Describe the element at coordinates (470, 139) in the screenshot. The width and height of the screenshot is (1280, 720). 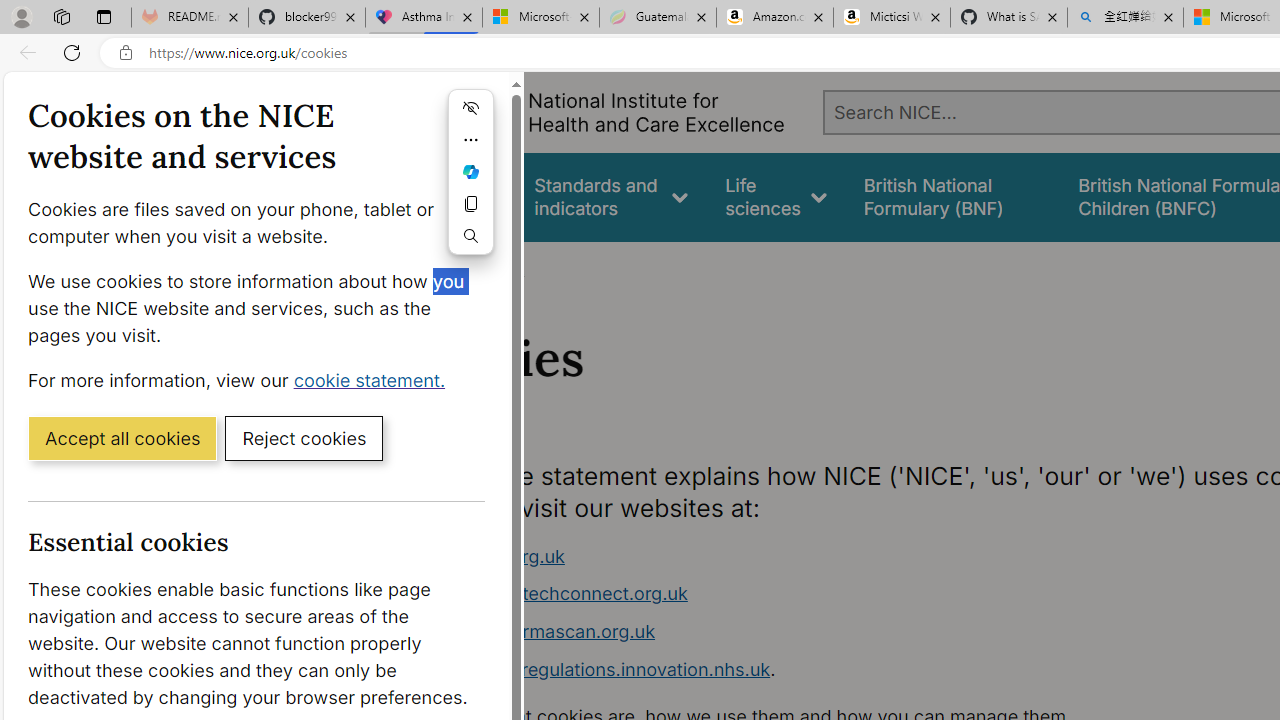
I see `'More actions'` at that location.